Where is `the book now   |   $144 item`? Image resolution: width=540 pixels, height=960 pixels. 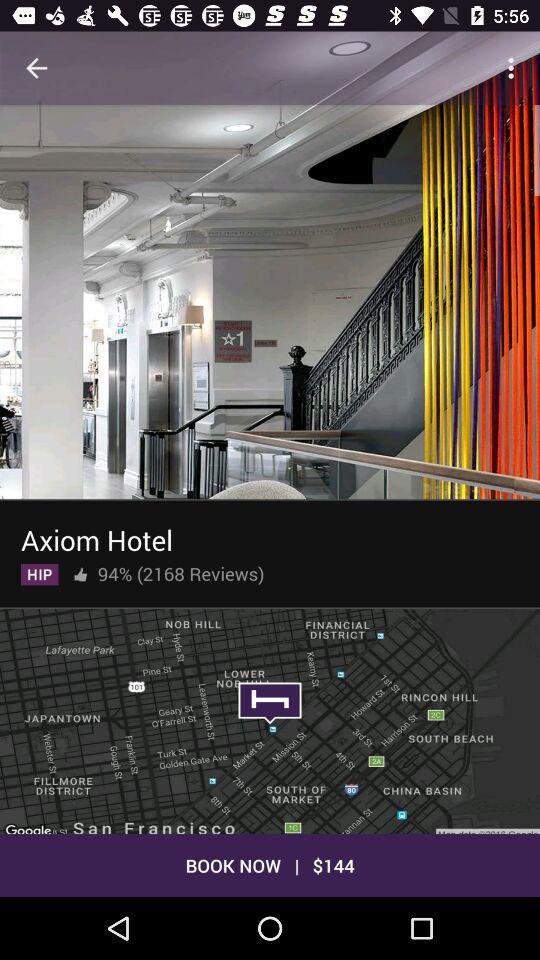 the book now   |   $144 item is located at coordinates (270, 864).